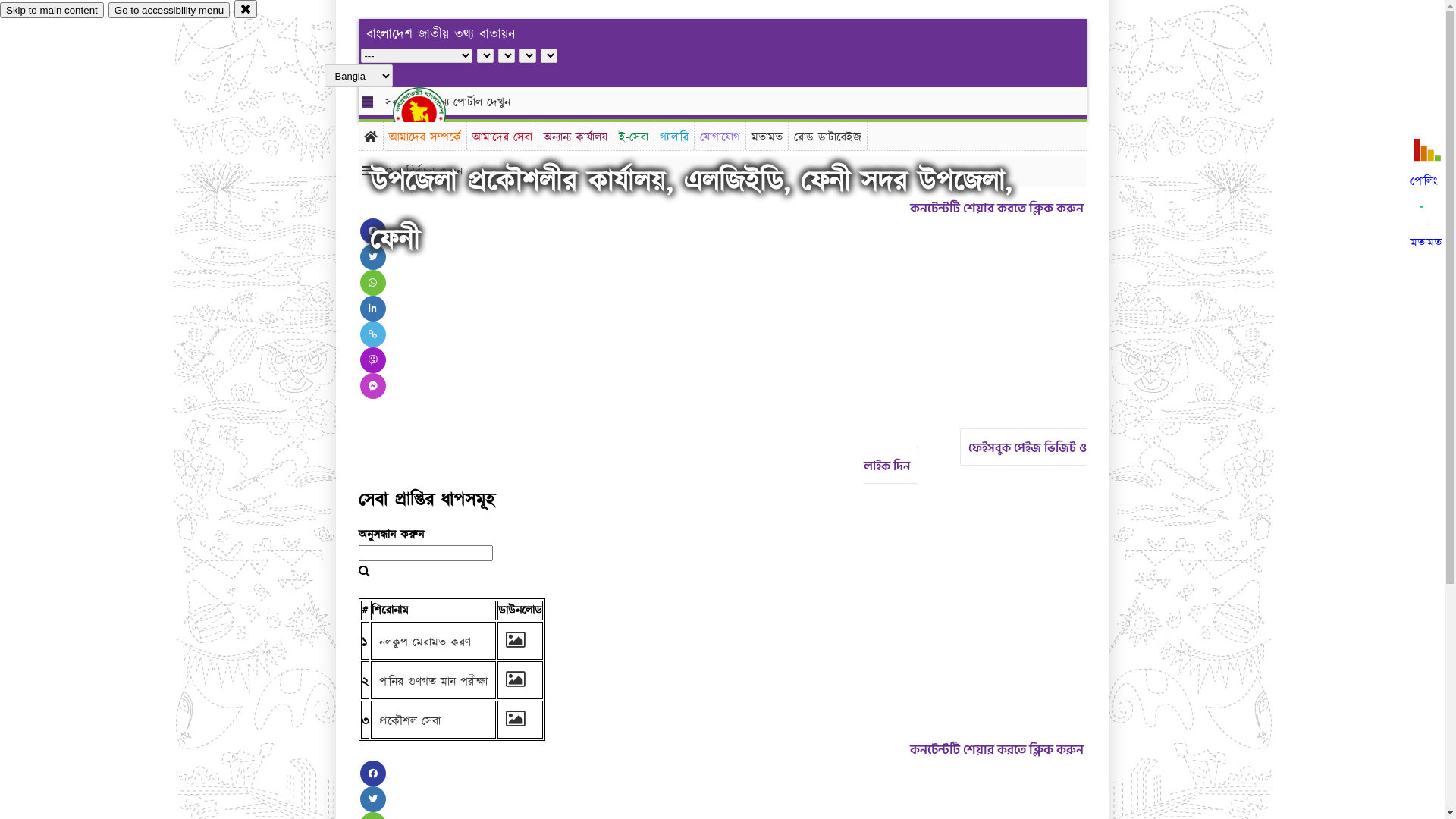 This screenshot has width=1456, height=819. What do you see at coordinates (505, 720) in the screenshot?
I see `'Stem_2.jpg'` at bounding box center [505, 720].